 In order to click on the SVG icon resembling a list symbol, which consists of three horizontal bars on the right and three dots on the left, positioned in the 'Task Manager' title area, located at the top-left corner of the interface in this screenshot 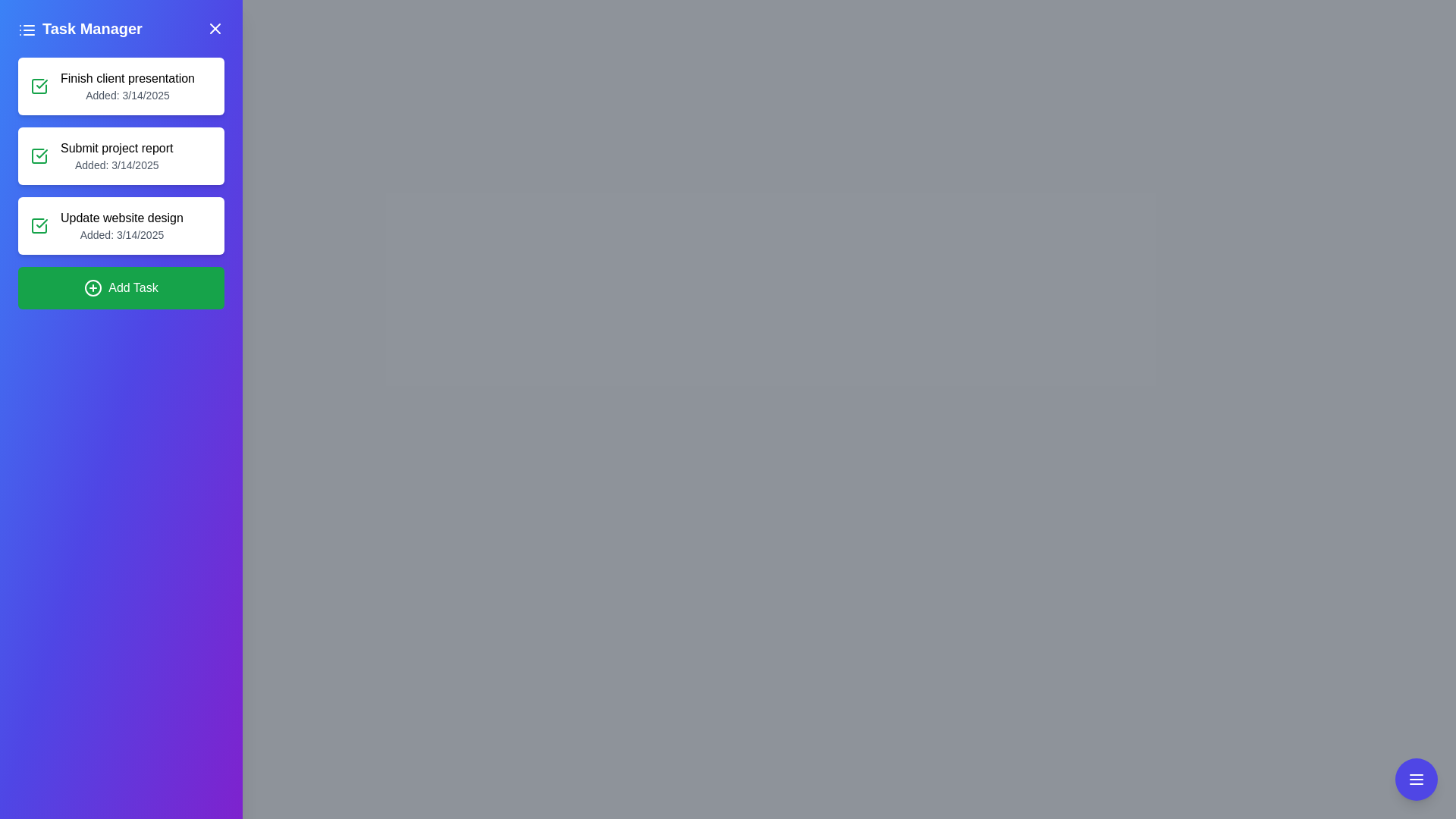, I will do `click(27, 29)`.